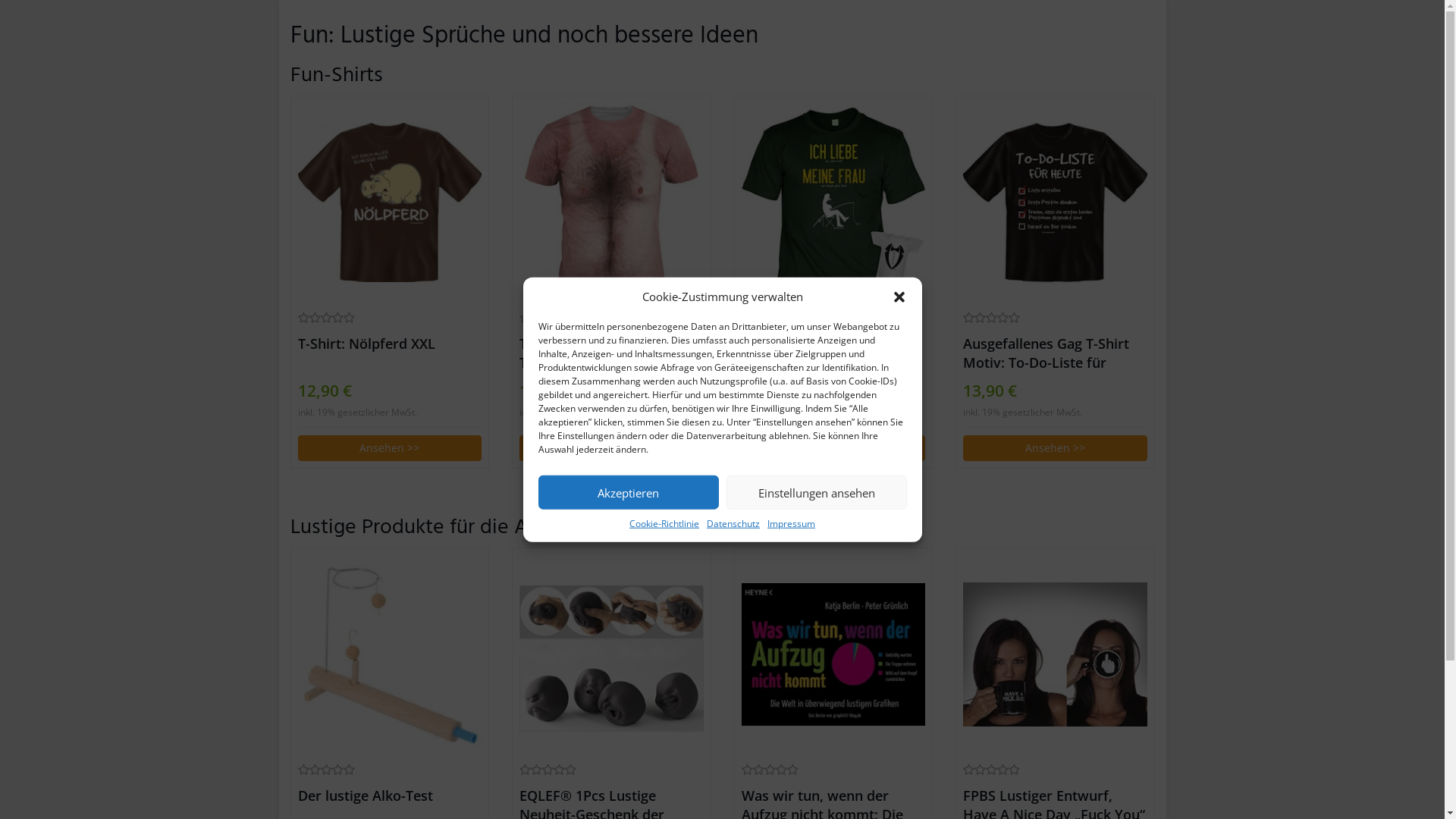 The width and height of the screenshot is (1456, 819). What do you see at coordinates (389, 447) in the screenshot?
I see `'Ansehen >>'` at bounding box center [389, 447].